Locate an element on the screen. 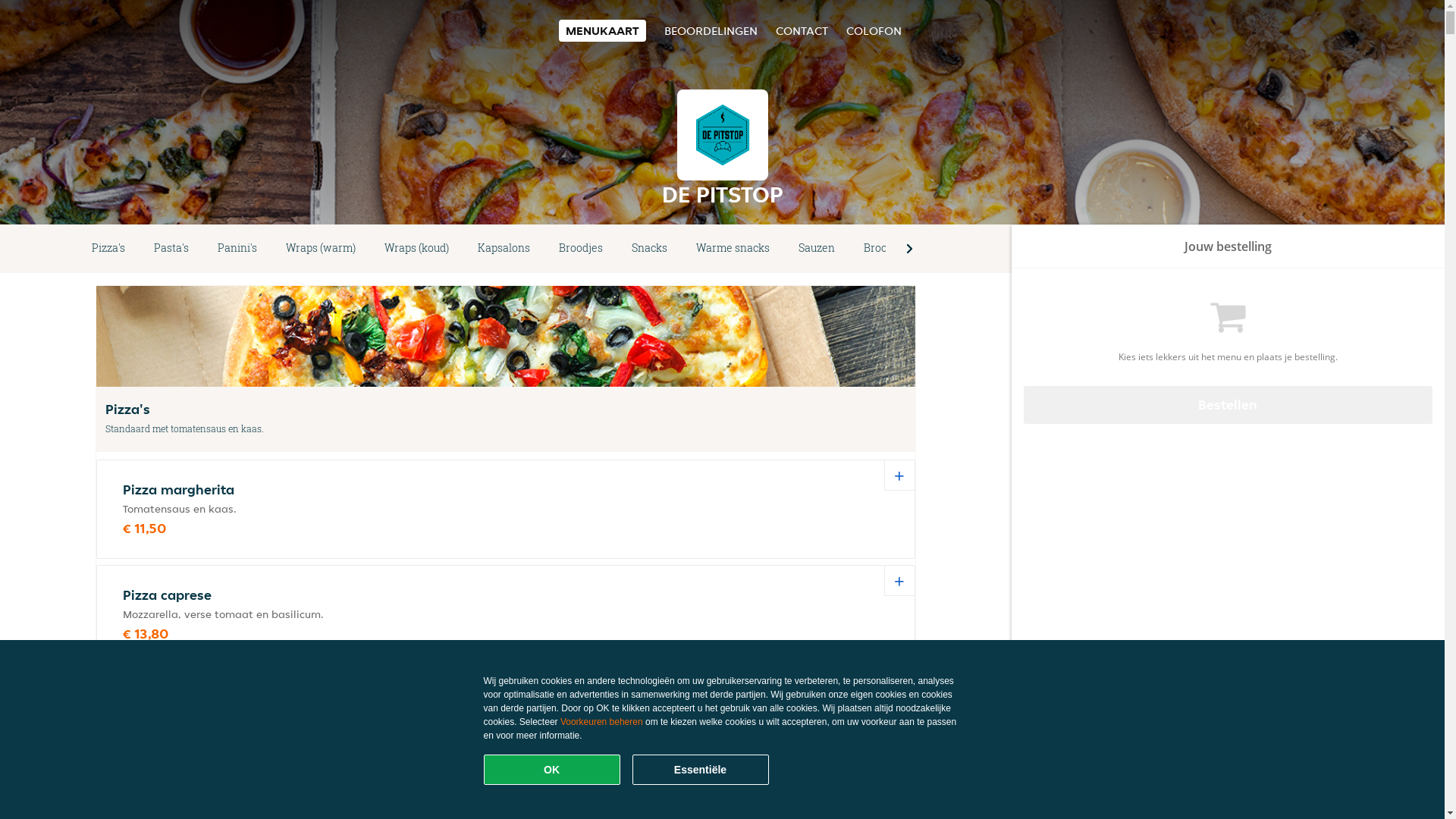  'Brood' is located at coordinates (878, 247).